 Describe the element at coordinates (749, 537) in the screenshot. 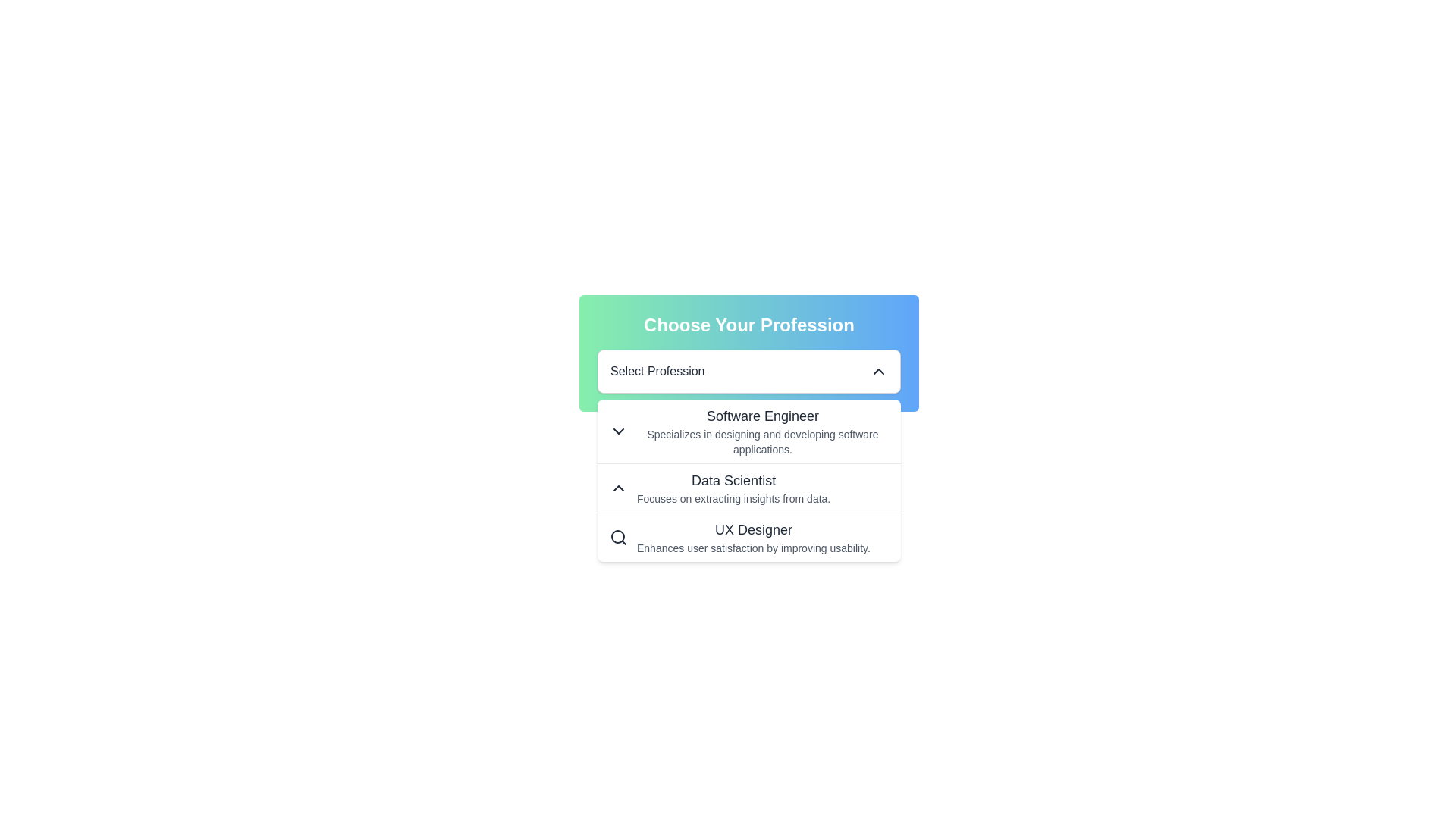

I see `the third option in the profession-selection dropdown menu` at that location.